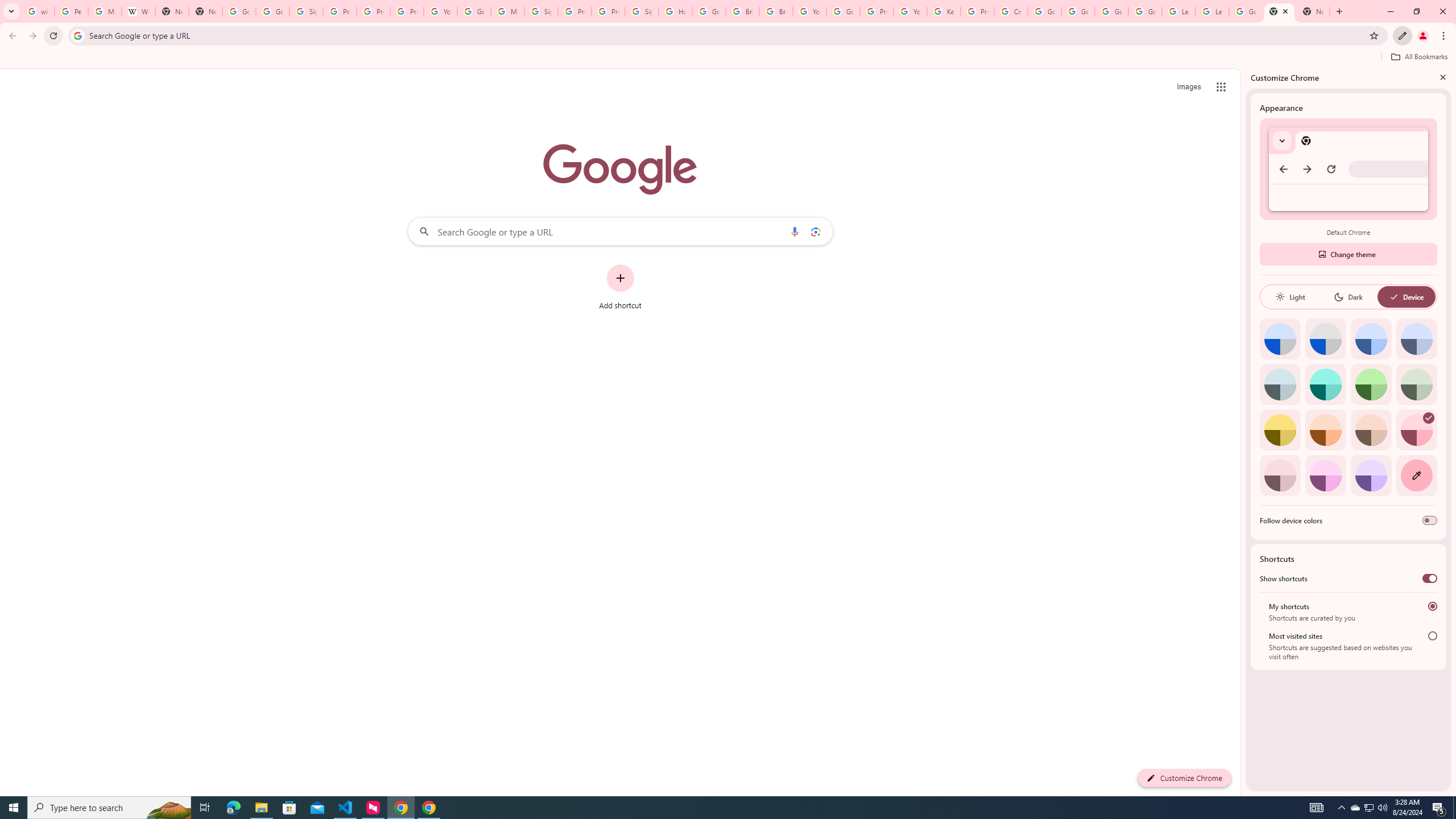 The image size is (1456, 819). What do you see at coordinates (1077, 11) in the screenshot?
I see `'Google Account Help'` at bounding box center [1077, 11].